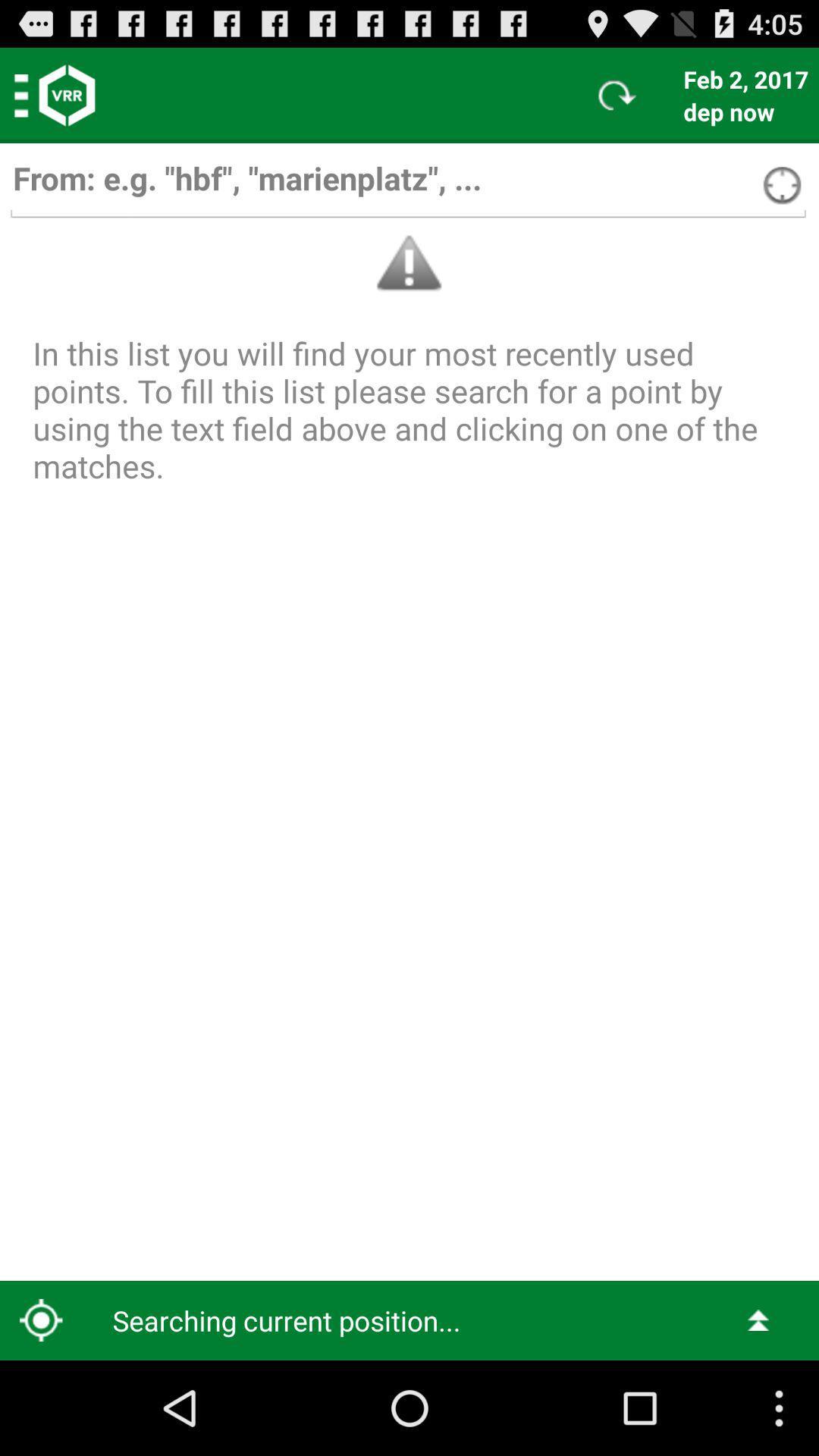 The height and width of the screenshot is (1456, 819). What do you see at coordinates (407, 185) in the screenshot?
I see `enter the search point` at bounding box center [407, 185].